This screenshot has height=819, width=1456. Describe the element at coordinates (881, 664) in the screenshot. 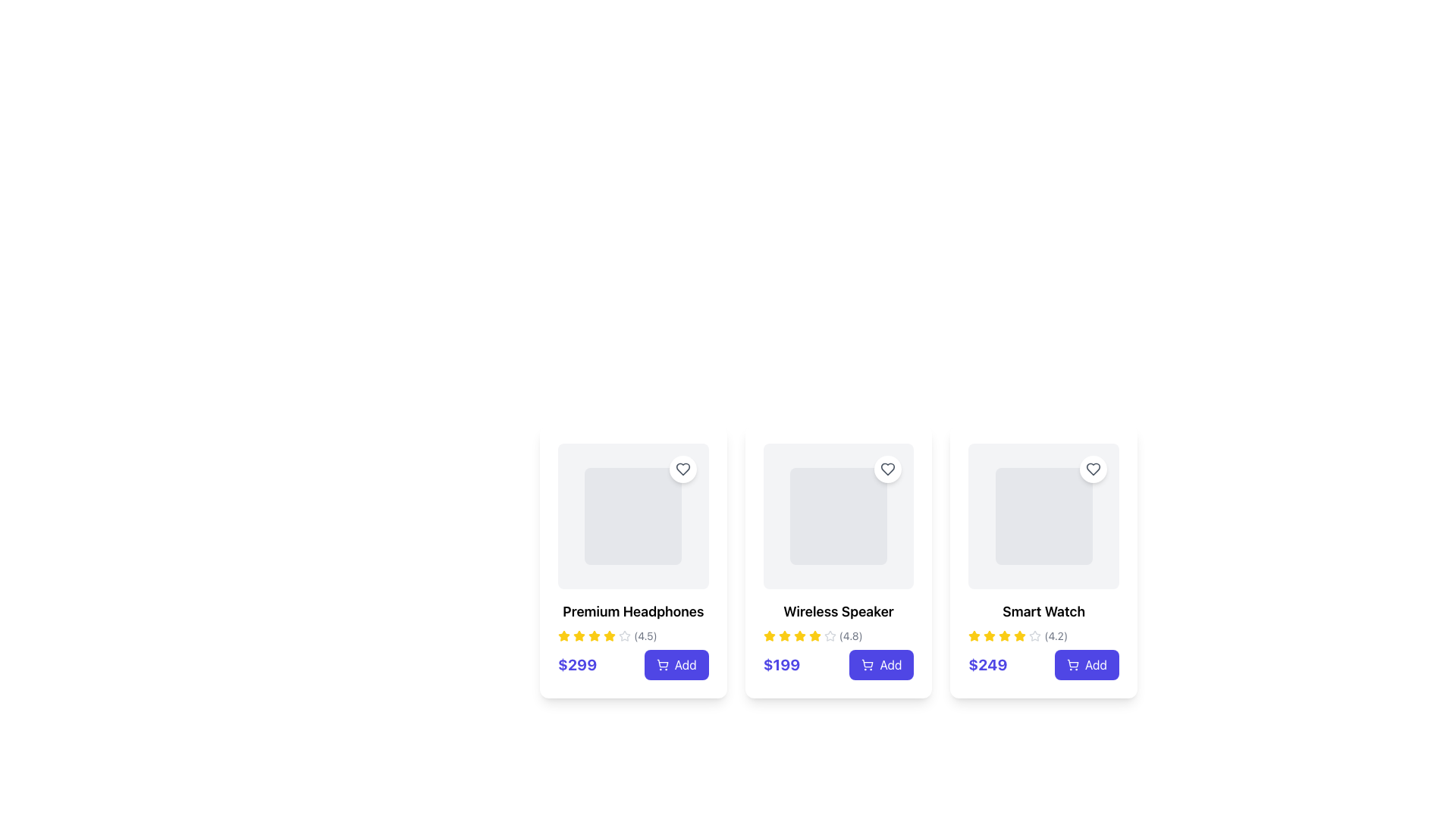

I see `the 'Add to Cart' button located in the bottom-right corner of the 'Wireless Speaker' product card` at that location.